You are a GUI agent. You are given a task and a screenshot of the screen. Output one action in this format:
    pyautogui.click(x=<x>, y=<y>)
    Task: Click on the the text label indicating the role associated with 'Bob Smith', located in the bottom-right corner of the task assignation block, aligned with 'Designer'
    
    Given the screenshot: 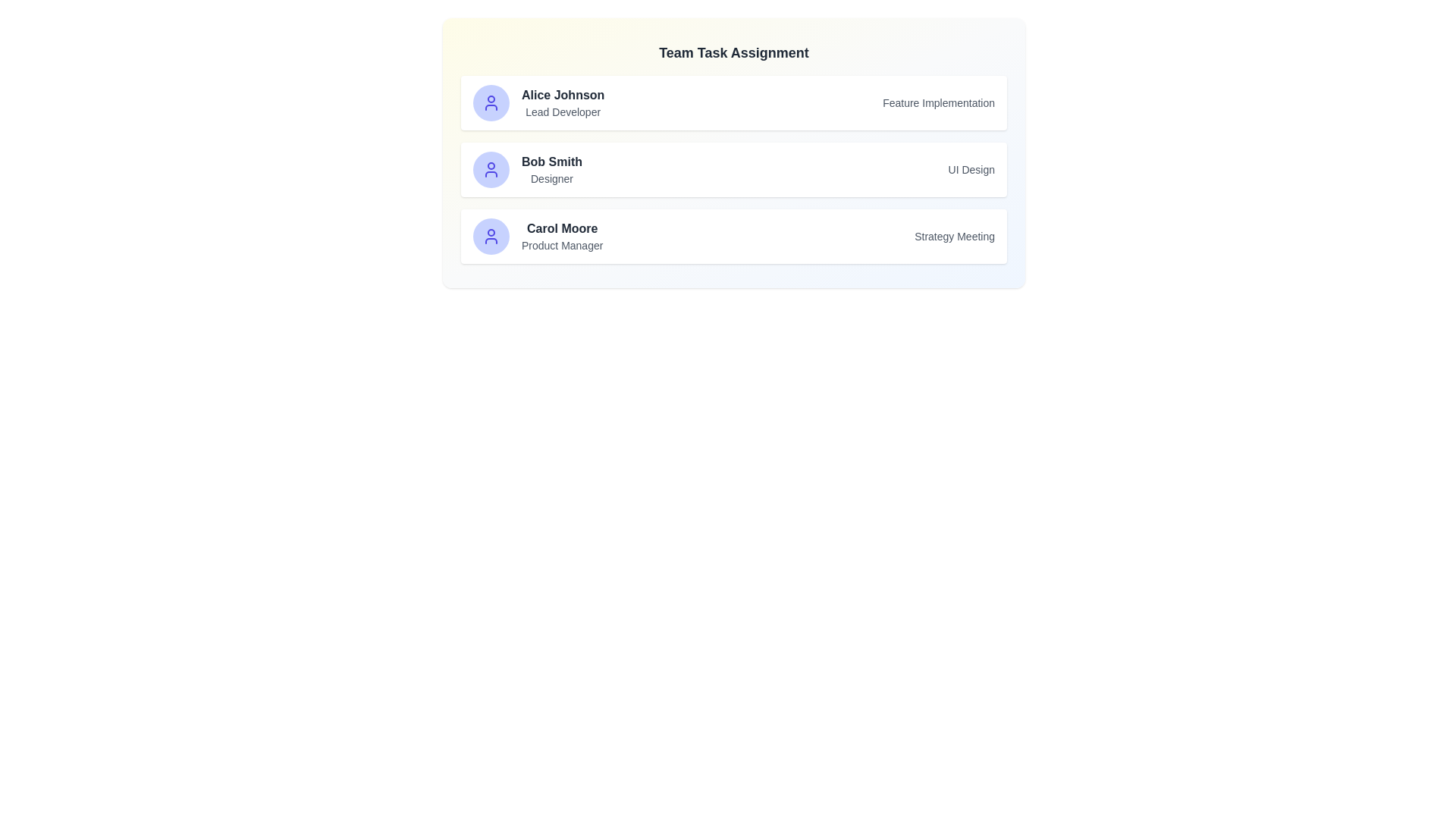 What is the action you would take?
    pyautogui.click(x=971, y=169)
    